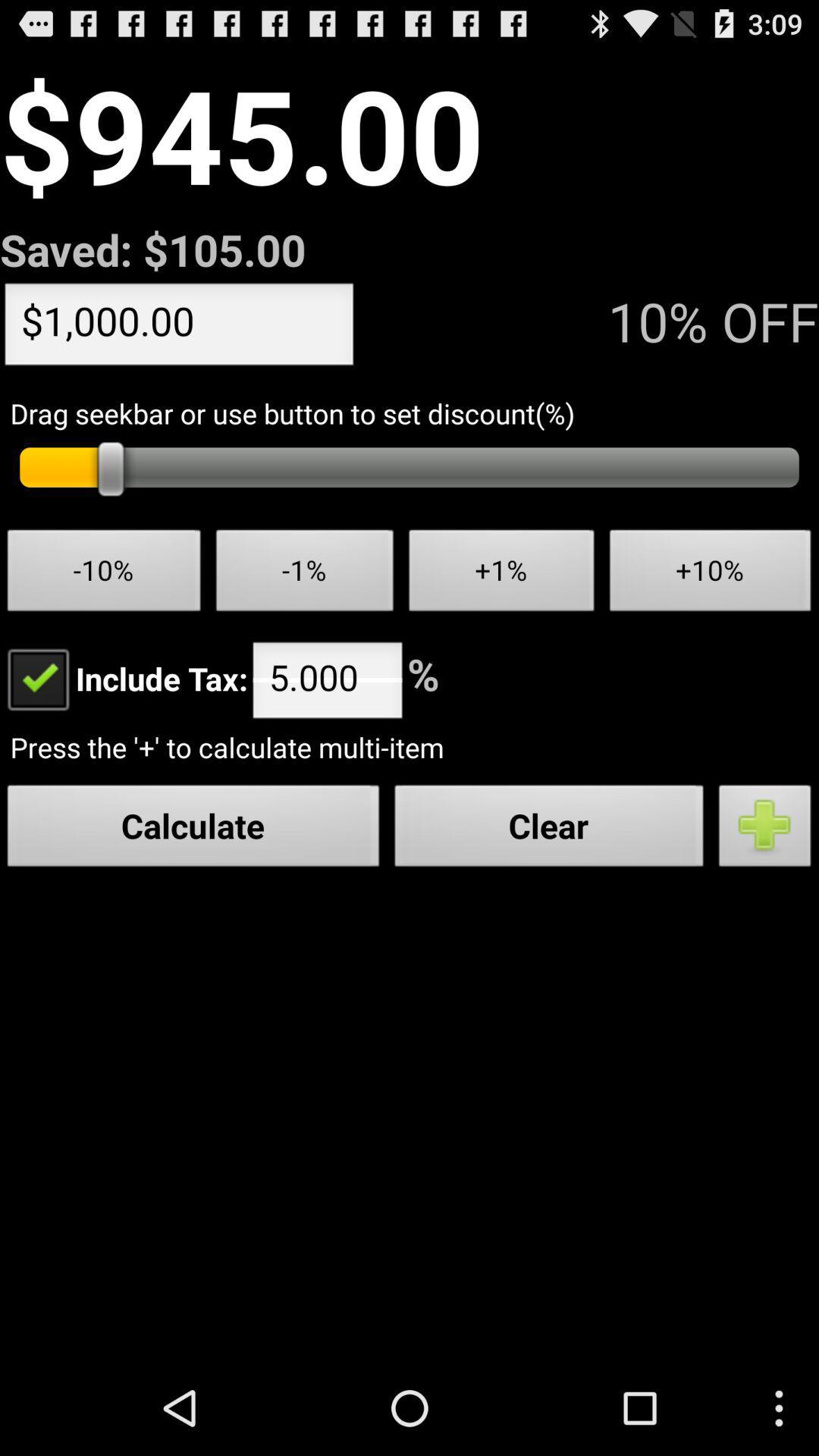 Image resolution: width=819 pixels, height=1456 pixels. Describe the element at coordinates (123, 677) in the screenshot. I see `the button next to the 5.000 icon` at that location.